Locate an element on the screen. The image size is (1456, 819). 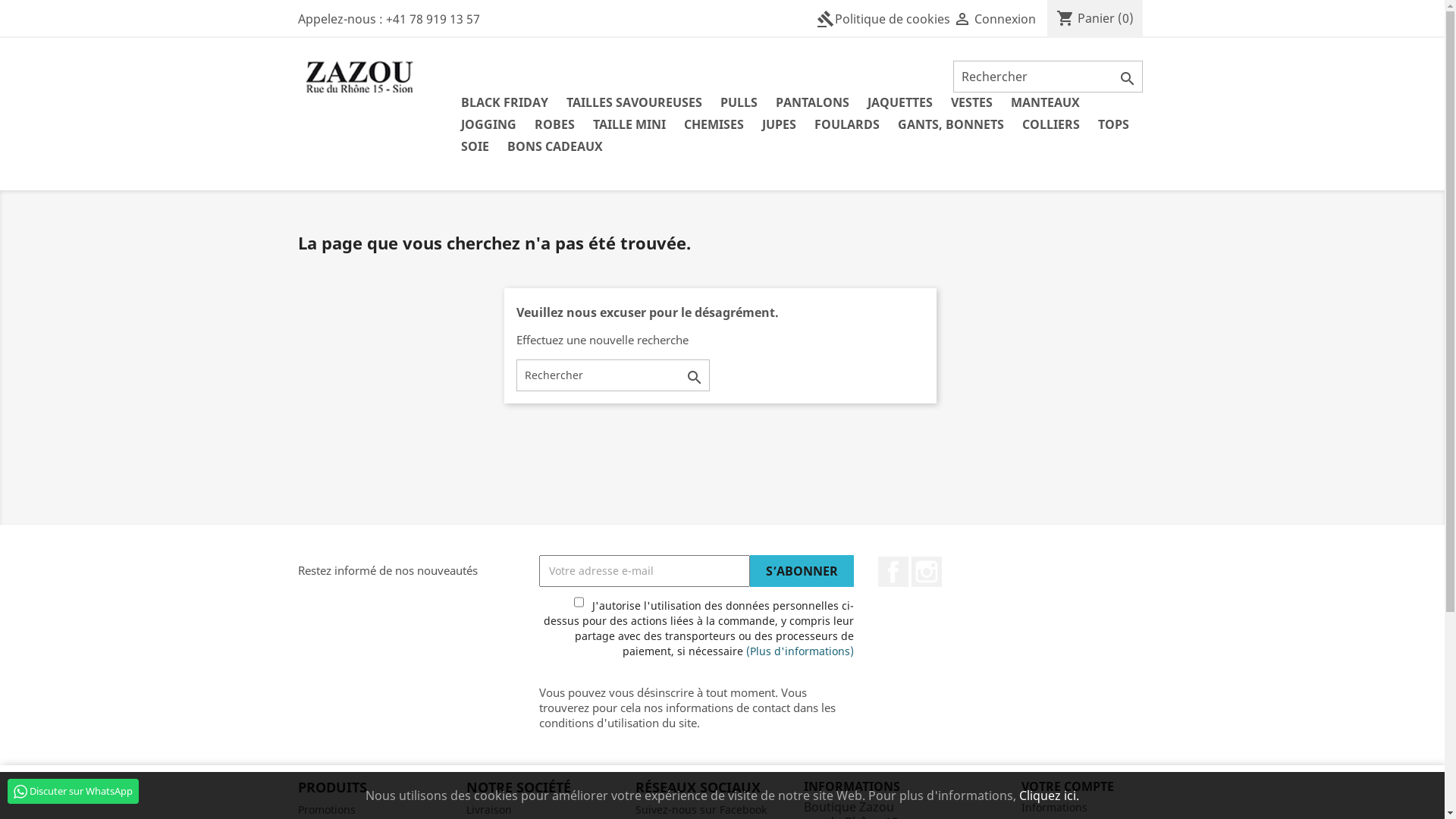
'Instagram' is located at coordinates (910, 571).